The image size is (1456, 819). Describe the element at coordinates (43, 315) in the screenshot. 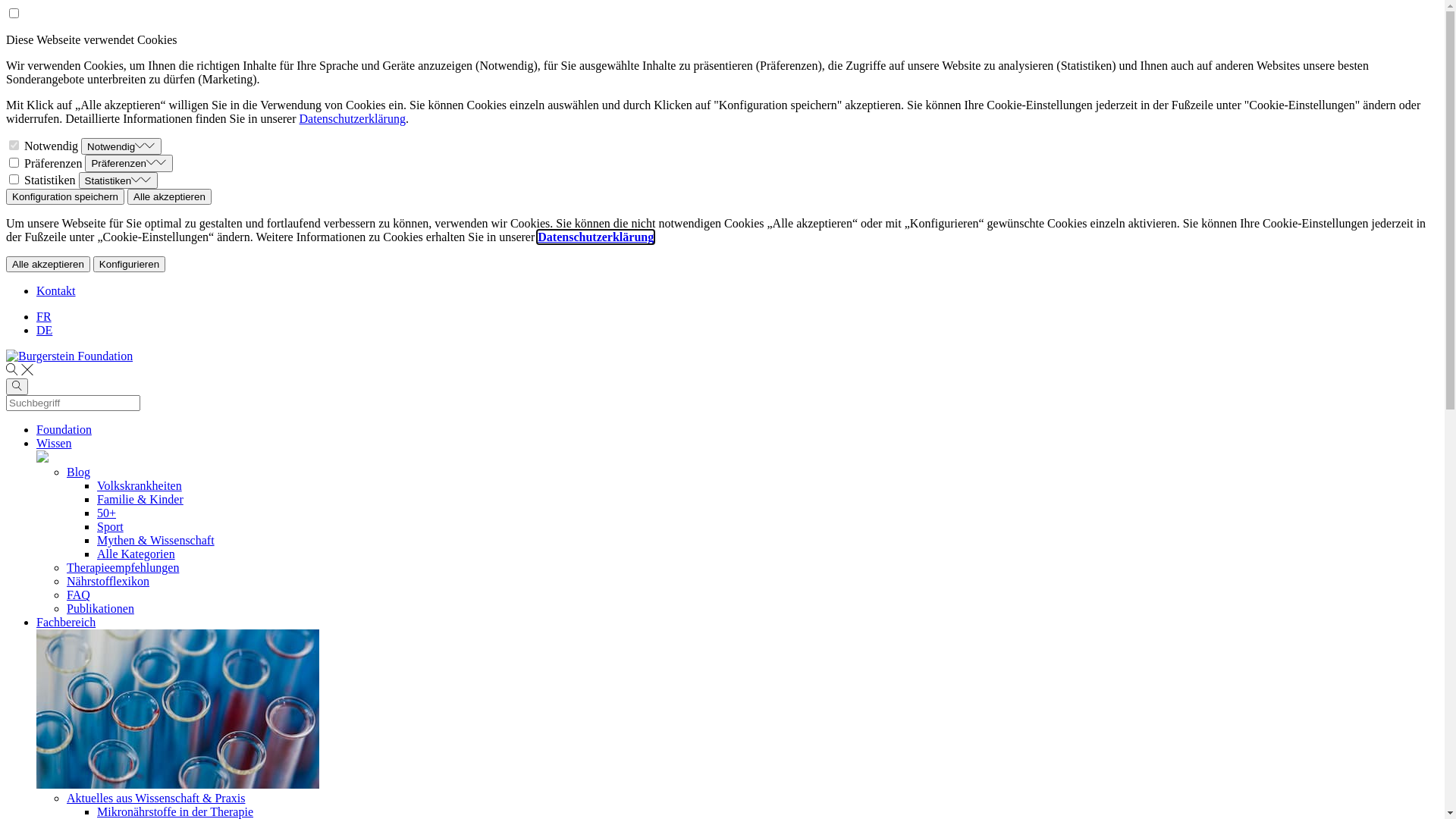

I see `'FR'` at that location.